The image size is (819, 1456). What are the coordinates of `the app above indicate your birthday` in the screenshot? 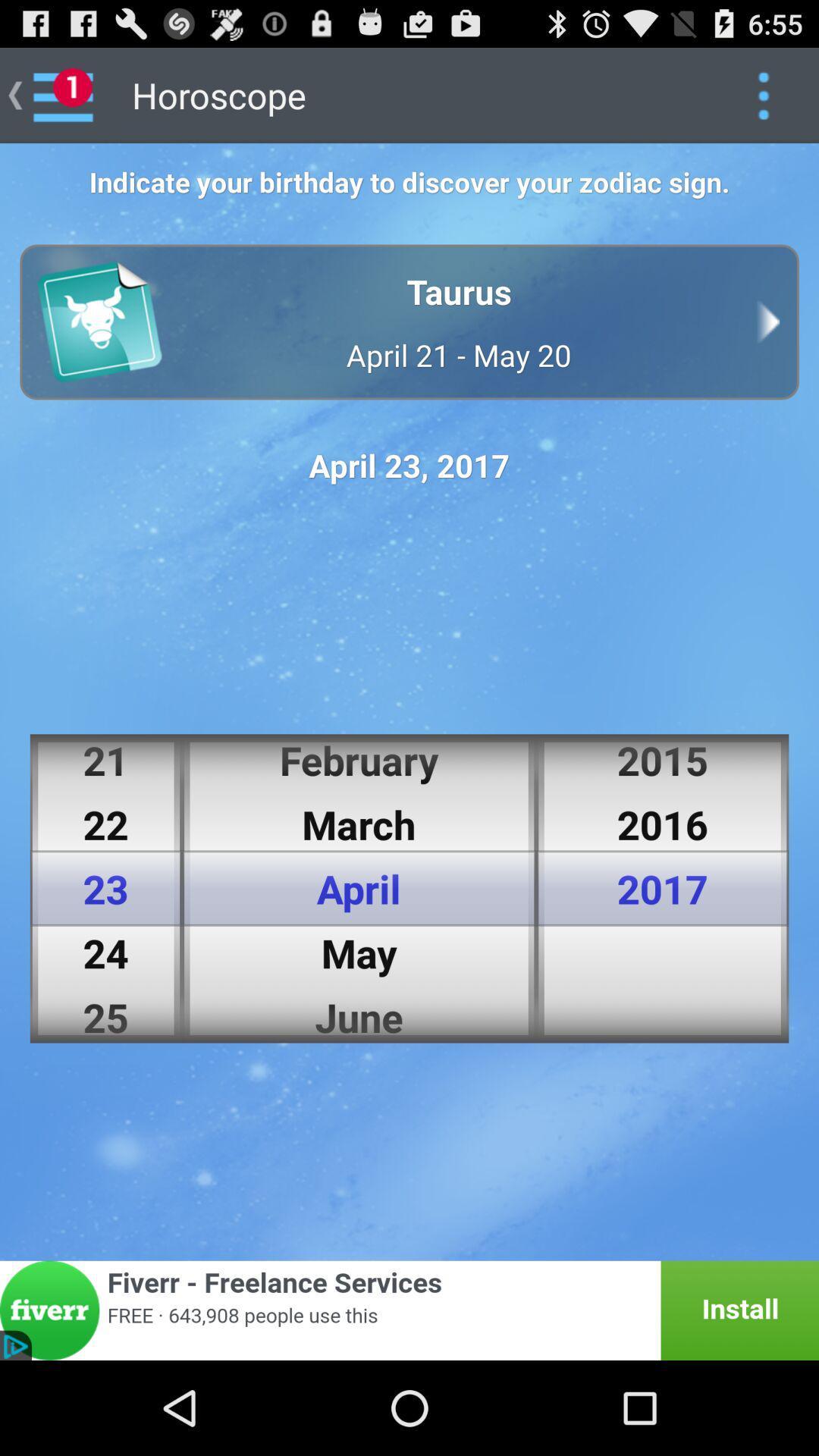 It's located at (763, 94).